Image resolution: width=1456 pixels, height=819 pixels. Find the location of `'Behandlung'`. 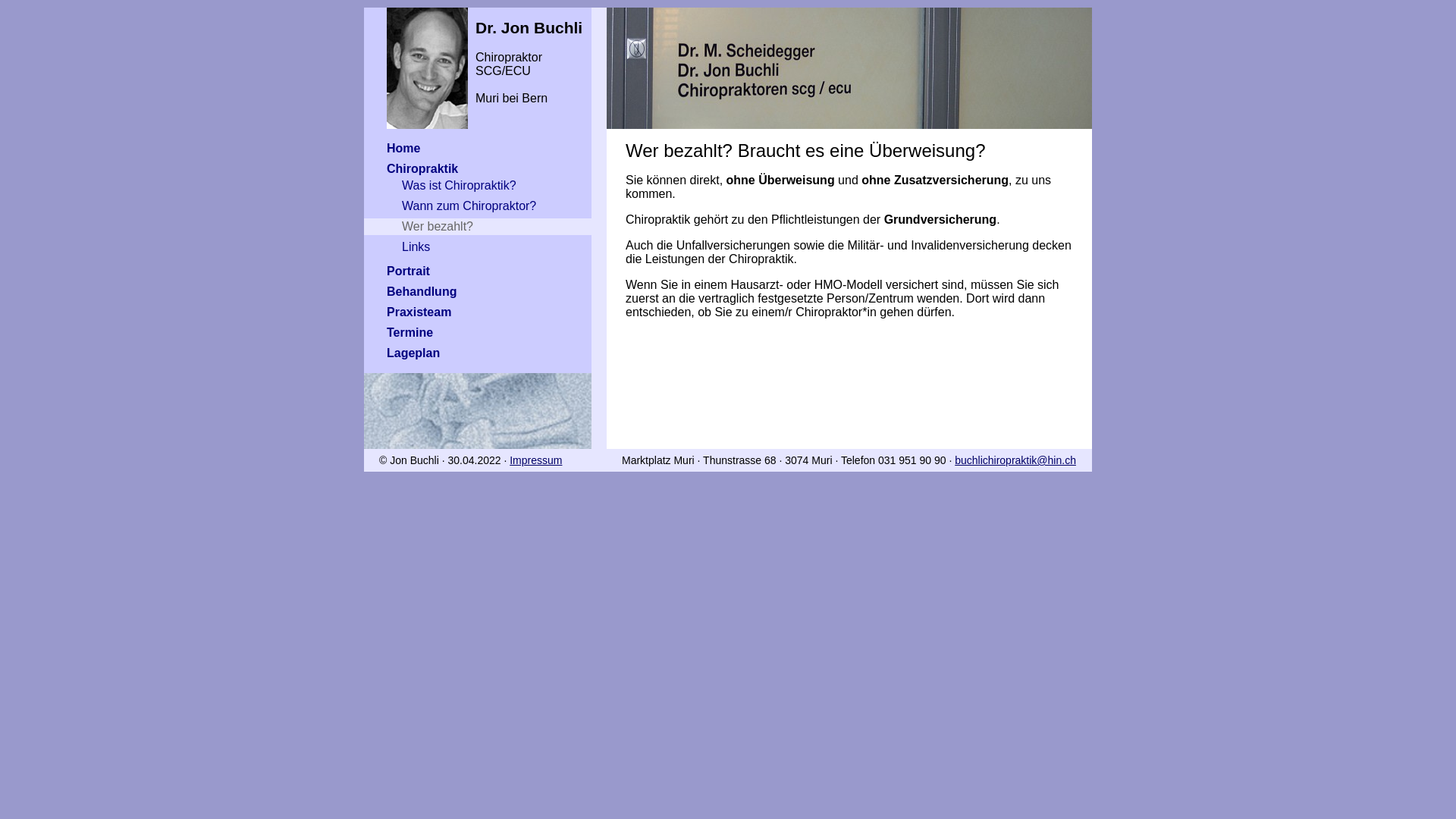

'Behandlung' is located at coordinates (364, 292).